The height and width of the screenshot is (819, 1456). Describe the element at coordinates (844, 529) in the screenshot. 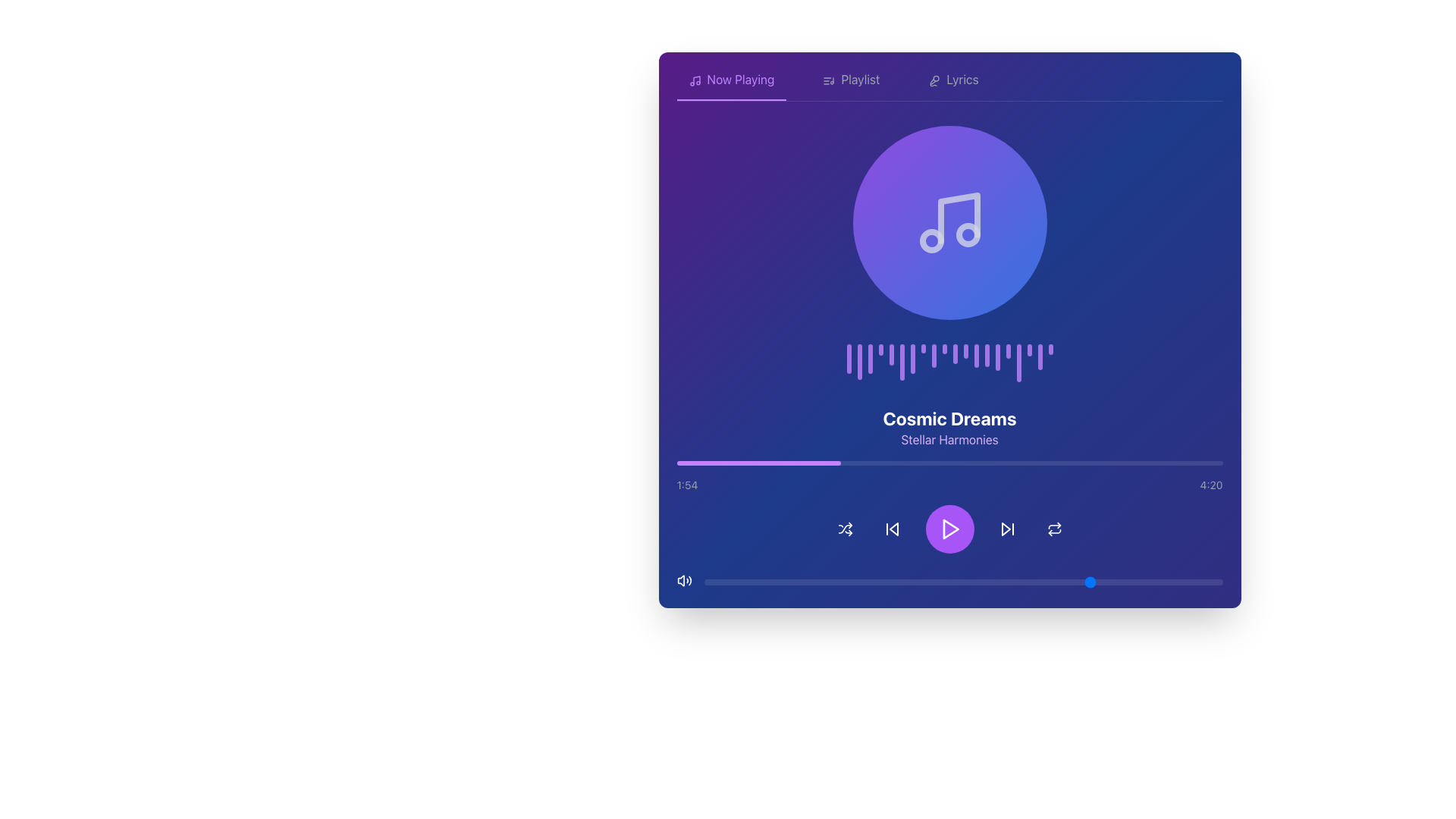

I see `the shuffle toggle button, which is the first interactive icon on the bottom control bar of the music player` at that location.